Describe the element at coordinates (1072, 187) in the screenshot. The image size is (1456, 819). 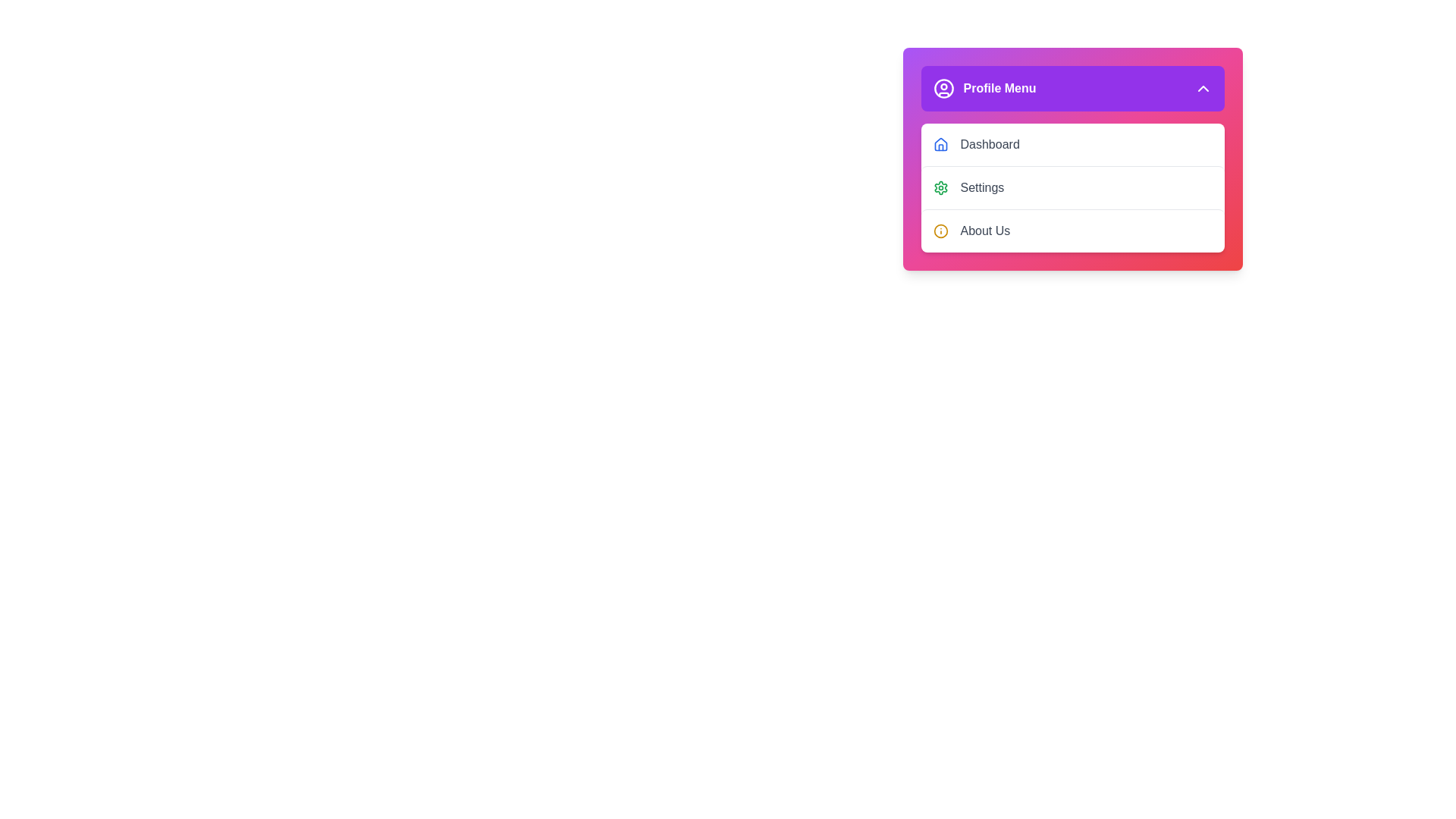
I see `the menu item Settings to observe its hover effect` at that location.